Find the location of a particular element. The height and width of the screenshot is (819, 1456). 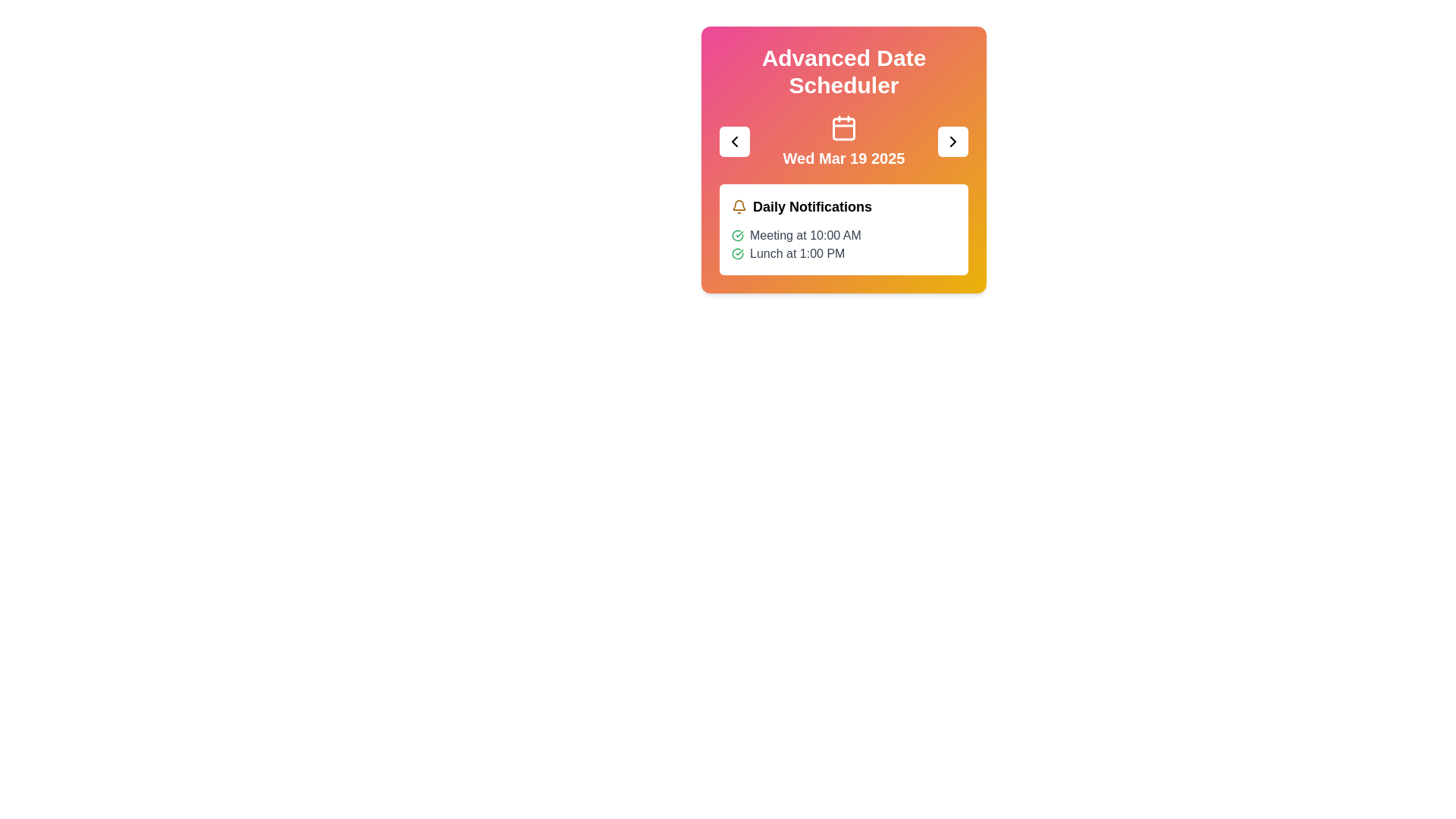

the scheduled meeting notification text label that informs the user about a meeting scheduled at 10:00 AM, located below the 'Daily Notifications' title and aligned with a green checkmark icon is located at coordinates (805, 236).